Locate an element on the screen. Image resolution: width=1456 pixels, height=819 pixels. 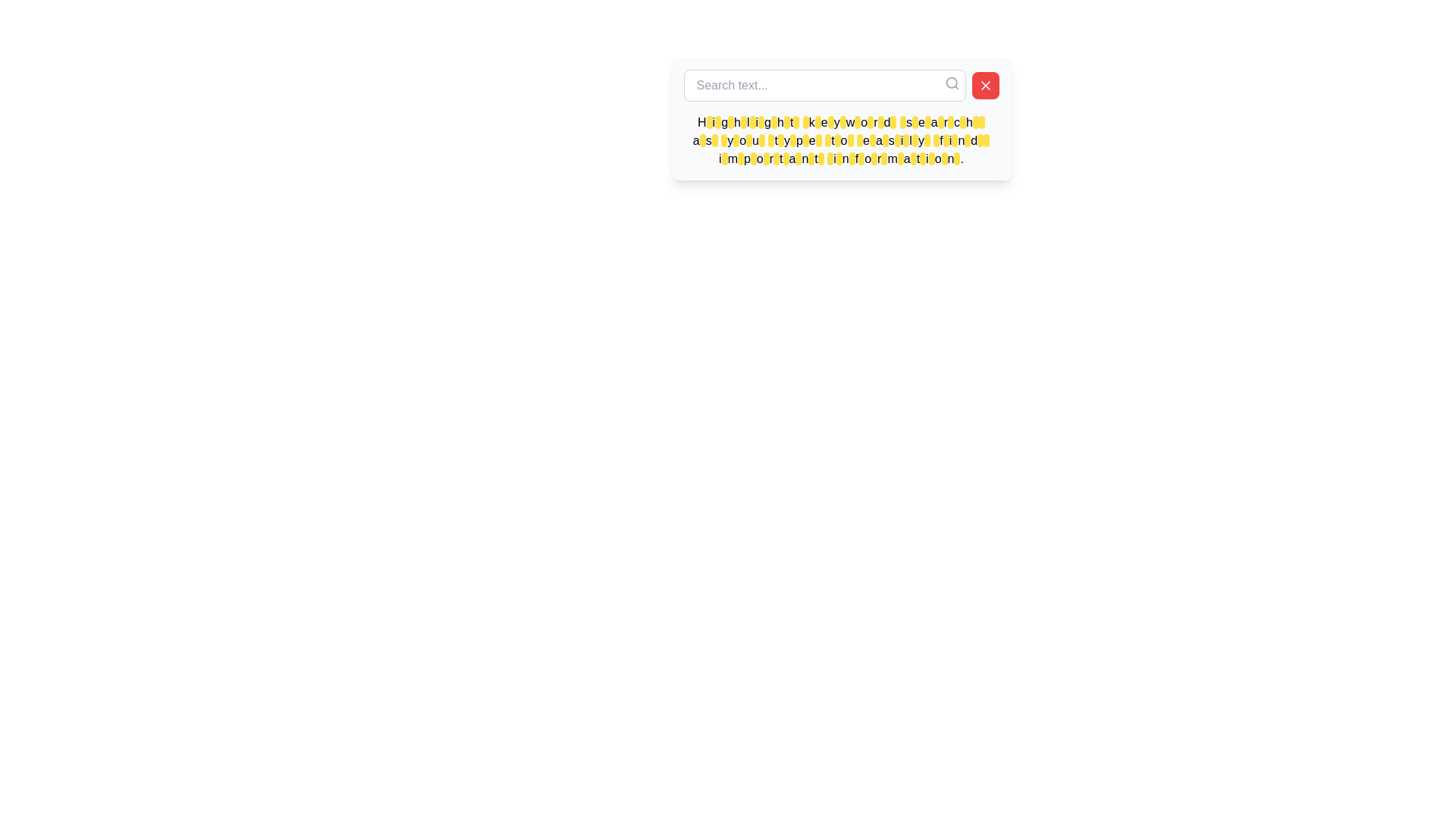
the 15th yellow-highlighted segment within the tooltip, which has a yellow background and black rounded edges, positioned underneath the search bar is located at coordinates (836, 140).